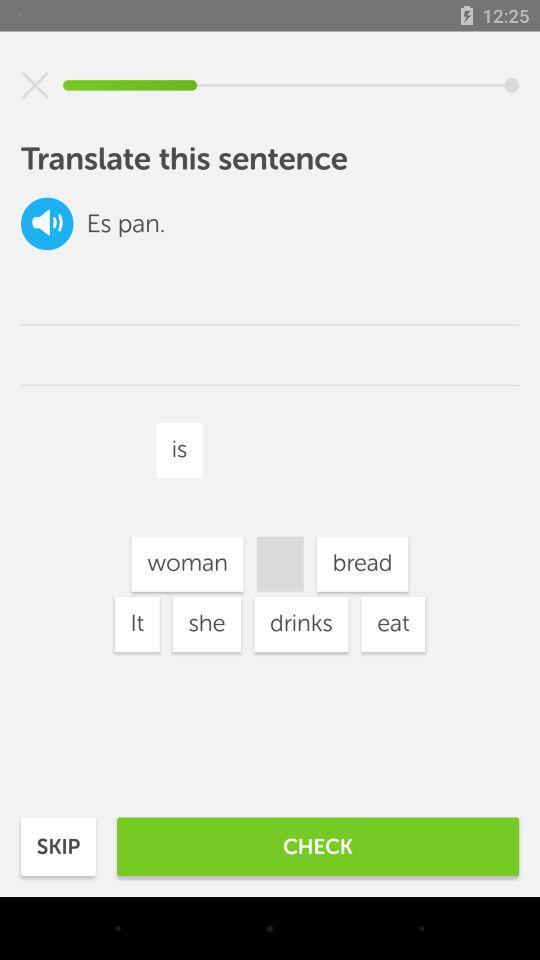 The width and height of the screenshot is (540, 960). What do you see at coordinates (187, 564) in the screenshot?
I see `the item next to drinks` at bounding box center [187, 564].